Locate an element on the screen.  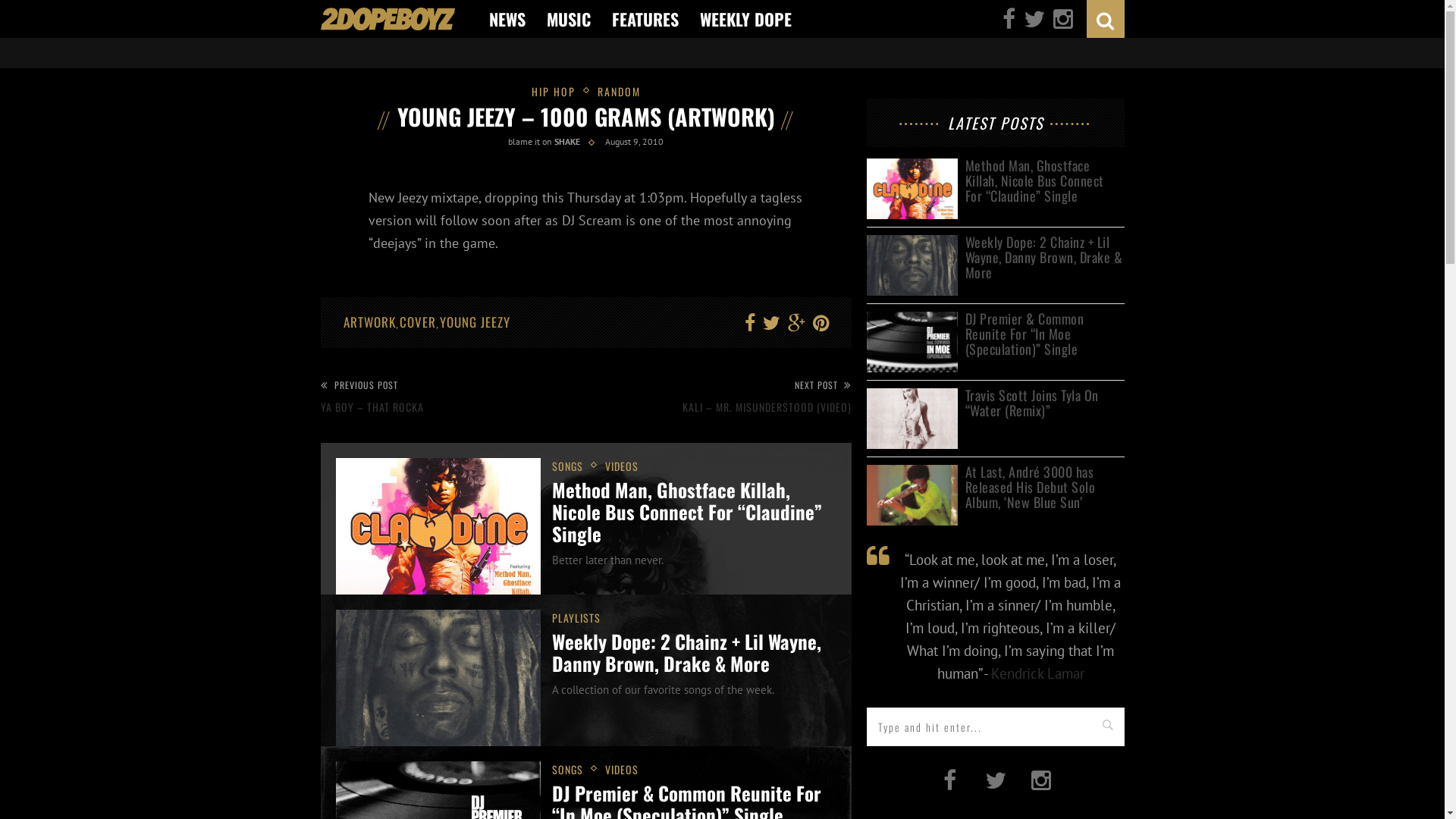
'YOUNG JEEZY' is located at coordinates (474, 321).